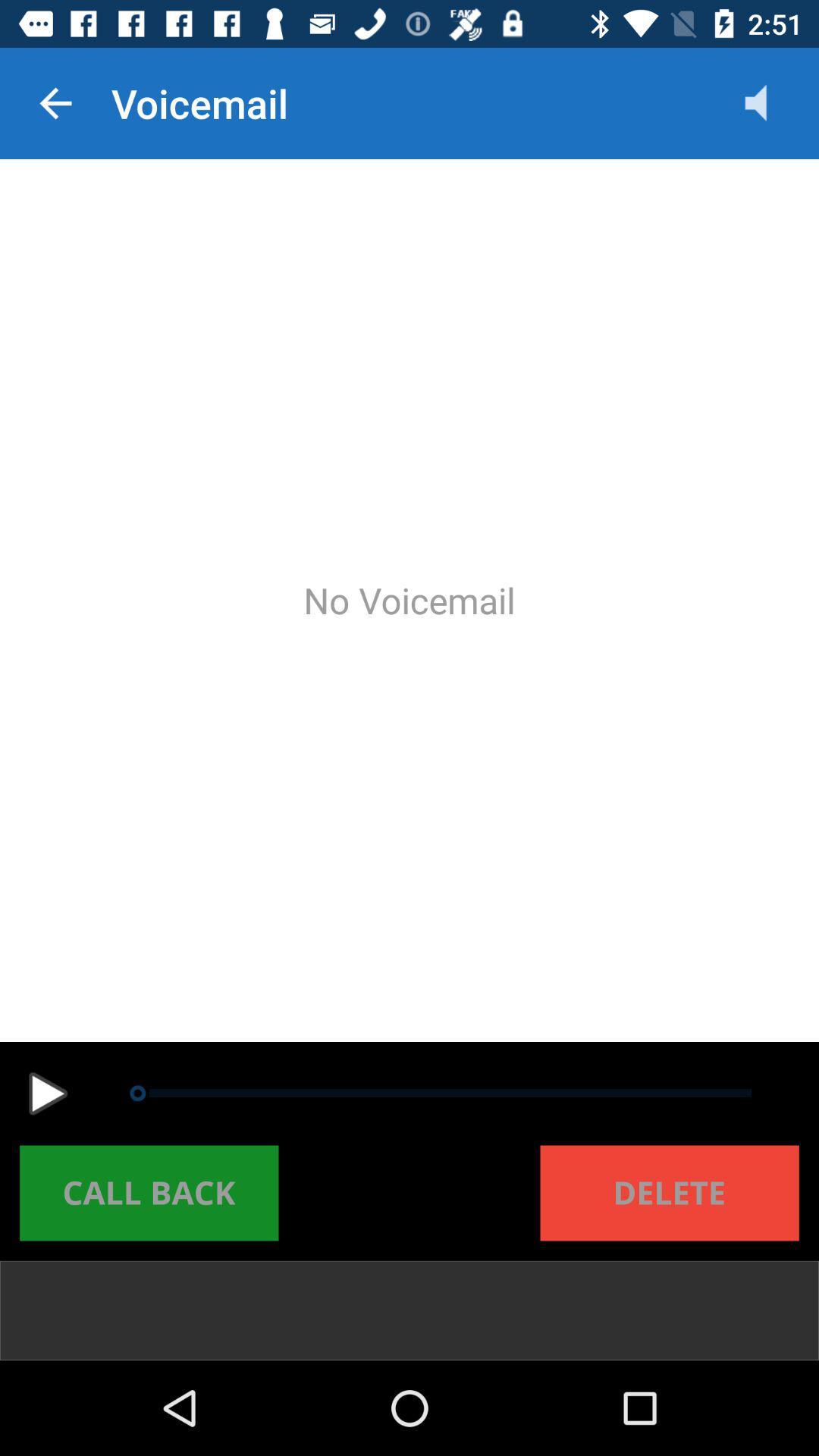 This screenshot has height=1456, width=819. What do you see at coordinates (771, 102) in the screenshot?
I see `the item above the no voicemail` at bounding box center [771, 102].